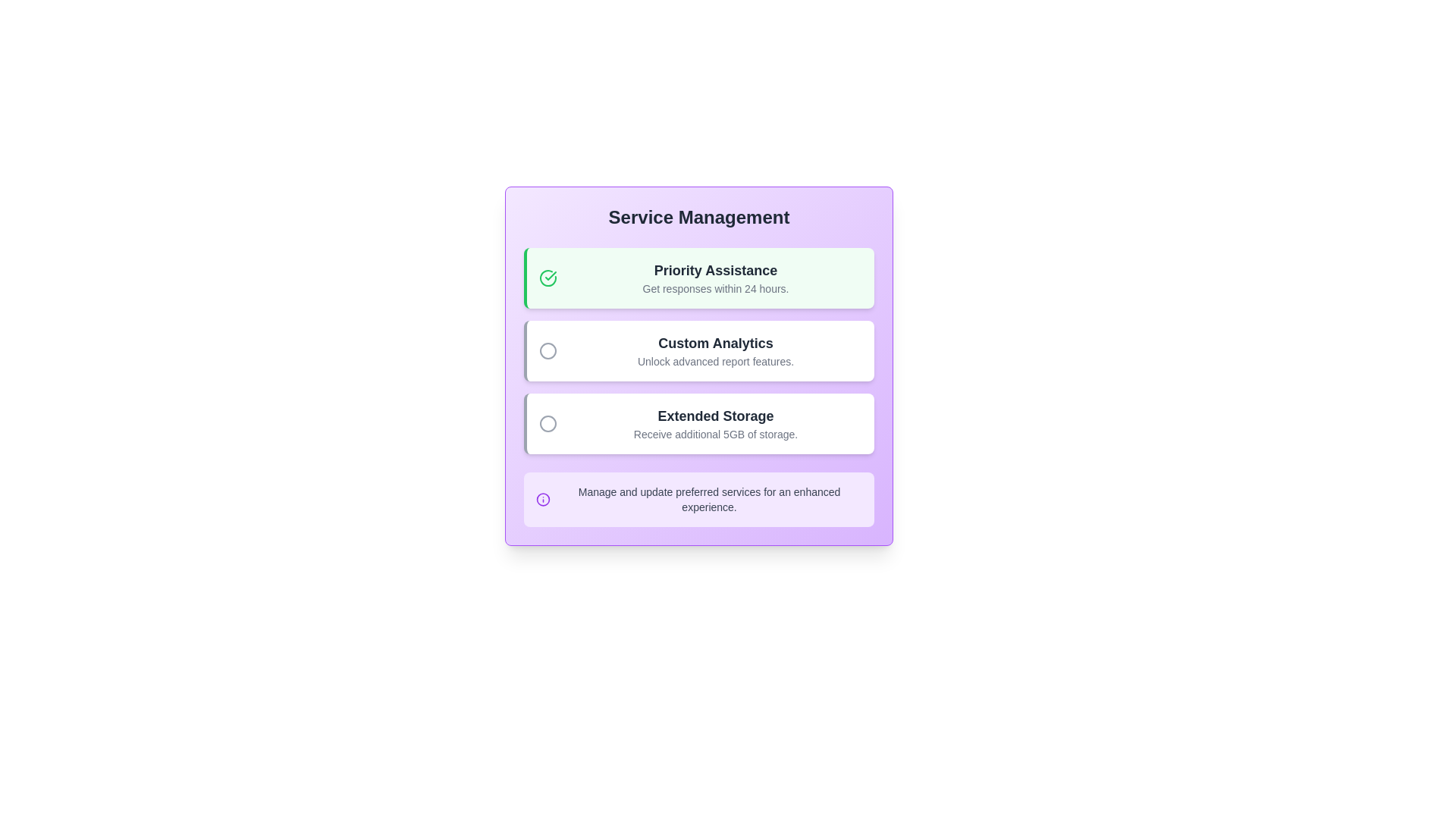  I want to click on the 'Priority Assistance' text section, which features a bold title and a subtitle, located in the first row of the multi-row list within the purple 'Service Management' panel, so click(715, 278).